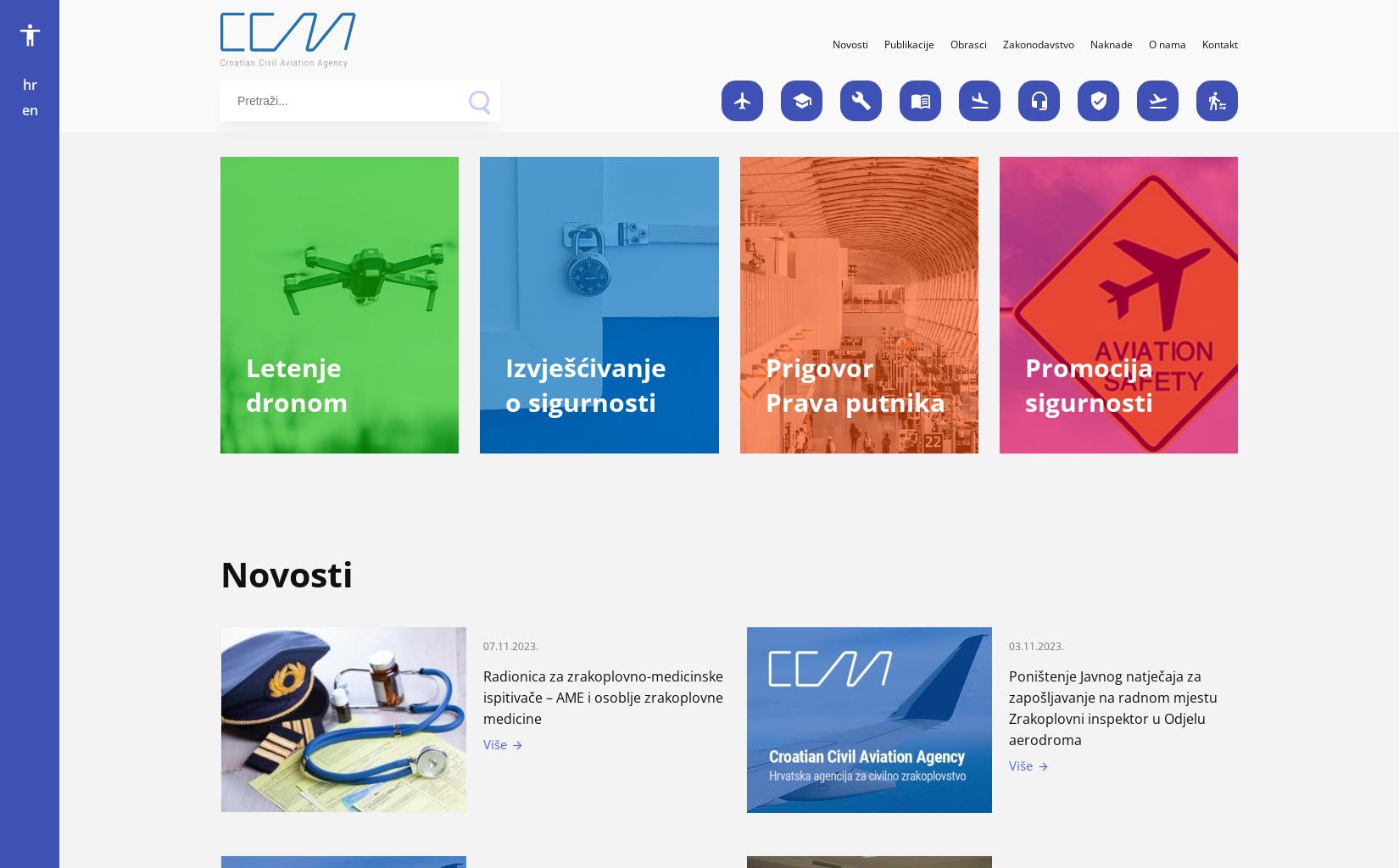 The image size is (1399, 868). I want to click on 'o sigurnosti', so click(580, 401).